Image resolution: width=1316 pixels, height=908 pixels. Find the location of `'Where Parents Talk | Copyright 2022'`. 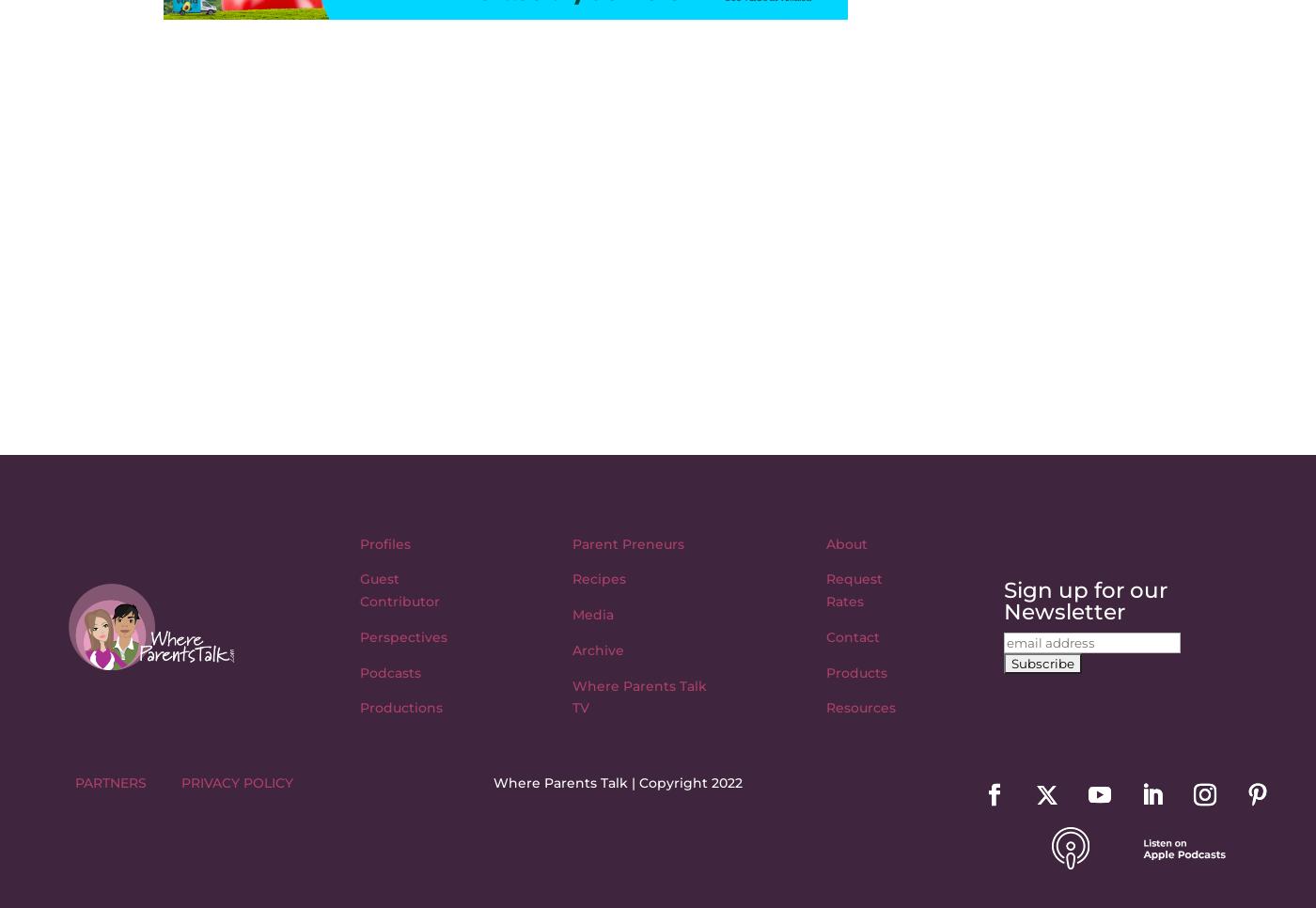

'Where Parents Talk | Copyright 2022' is located at coordinates (618, 781).